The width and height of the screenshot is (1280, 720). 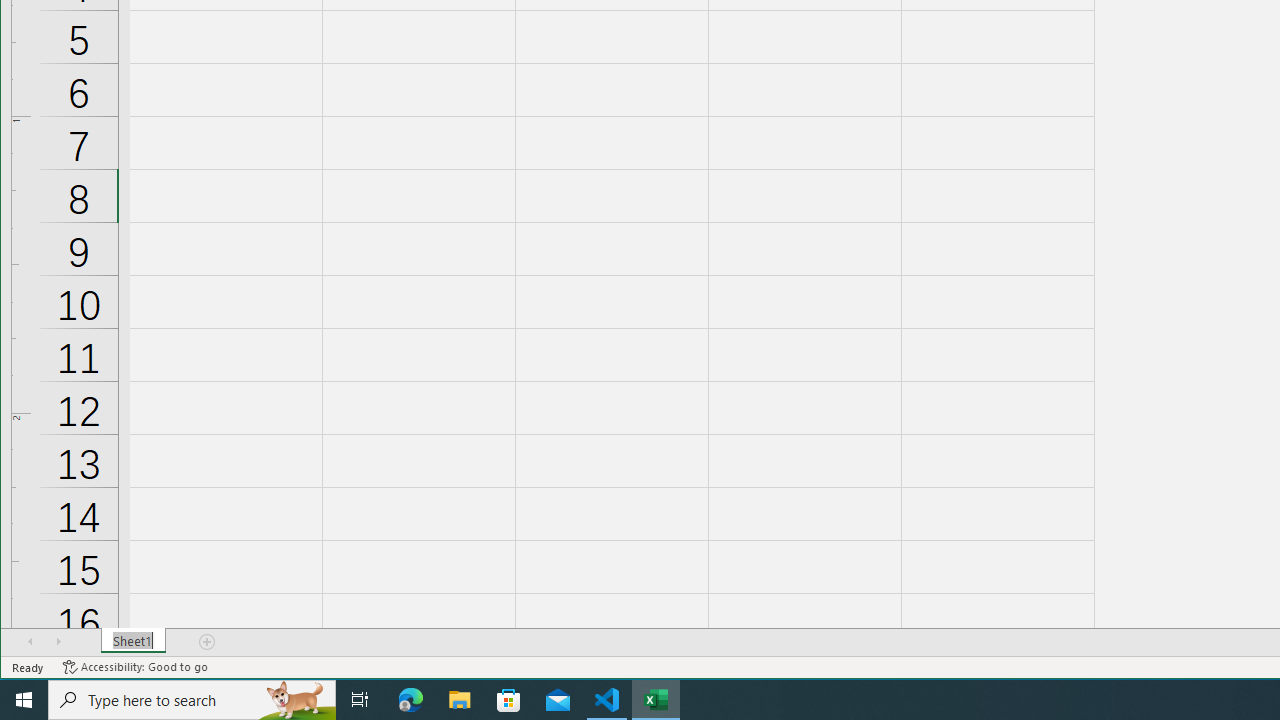 What do you see at coordinates (294, 698) in the screenshot?
I see `'Search highlights icon opens search home window'` at bounding box center [294, 698].